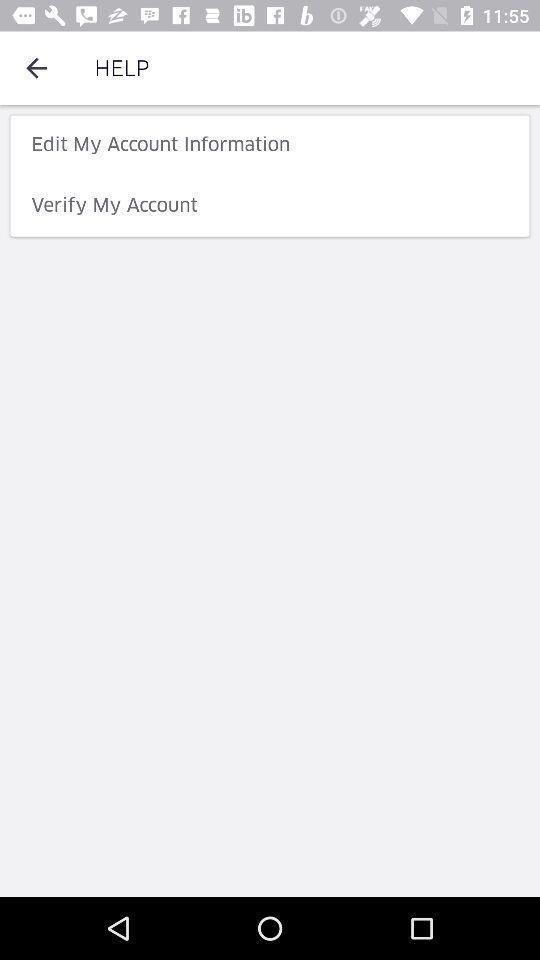  I want to click on the item to the left of help icon, so click(36, 68).